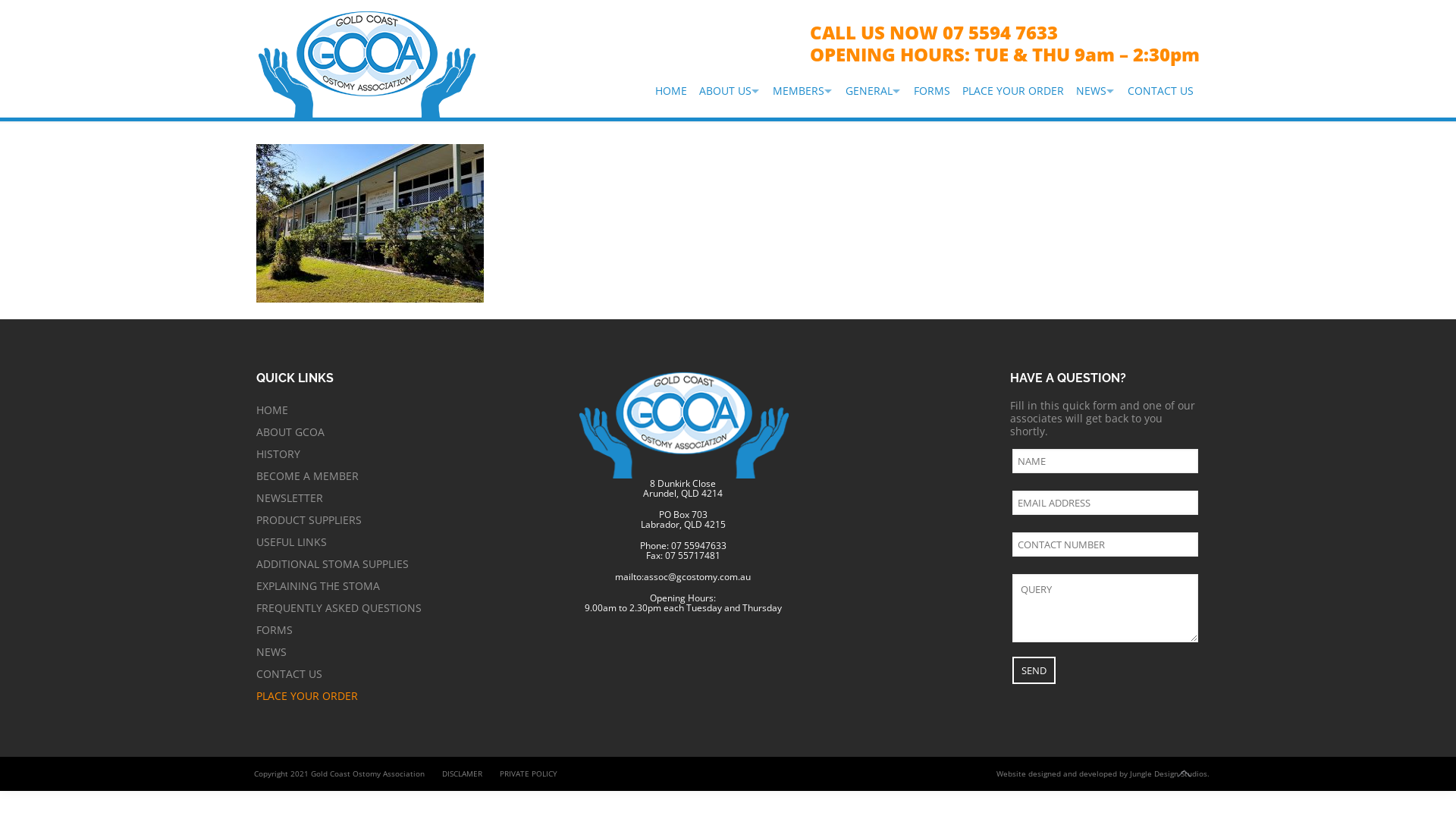 The height and width of the screenshot is (819, 1456). What do you see at coordinates (1033, 669) in the screenshot?
I see `'SEND'` at bounding box center [1033, 669].